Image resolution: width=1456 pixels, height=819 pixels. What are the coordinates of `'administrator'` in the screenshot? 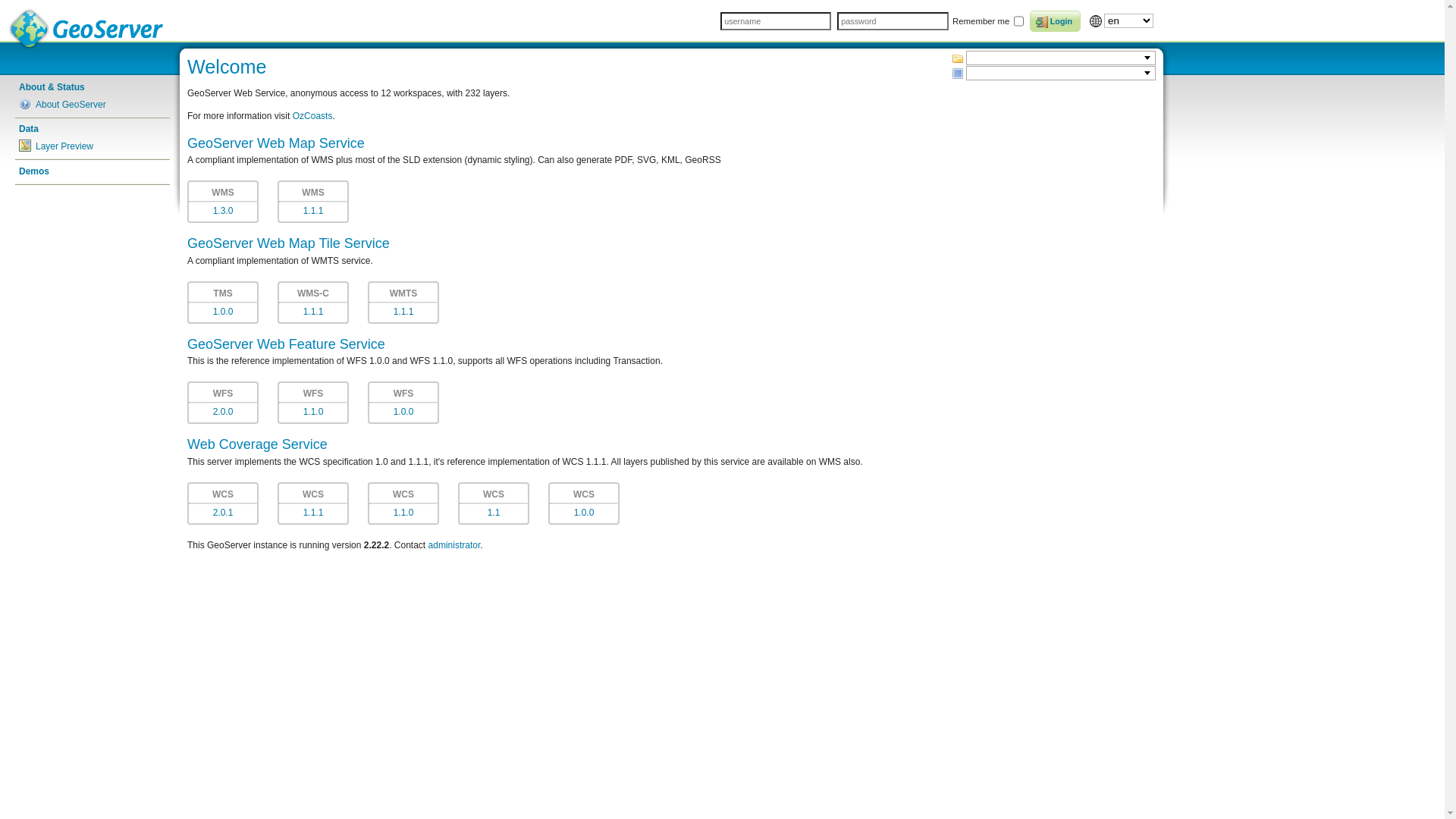 It's located at (453, 544).